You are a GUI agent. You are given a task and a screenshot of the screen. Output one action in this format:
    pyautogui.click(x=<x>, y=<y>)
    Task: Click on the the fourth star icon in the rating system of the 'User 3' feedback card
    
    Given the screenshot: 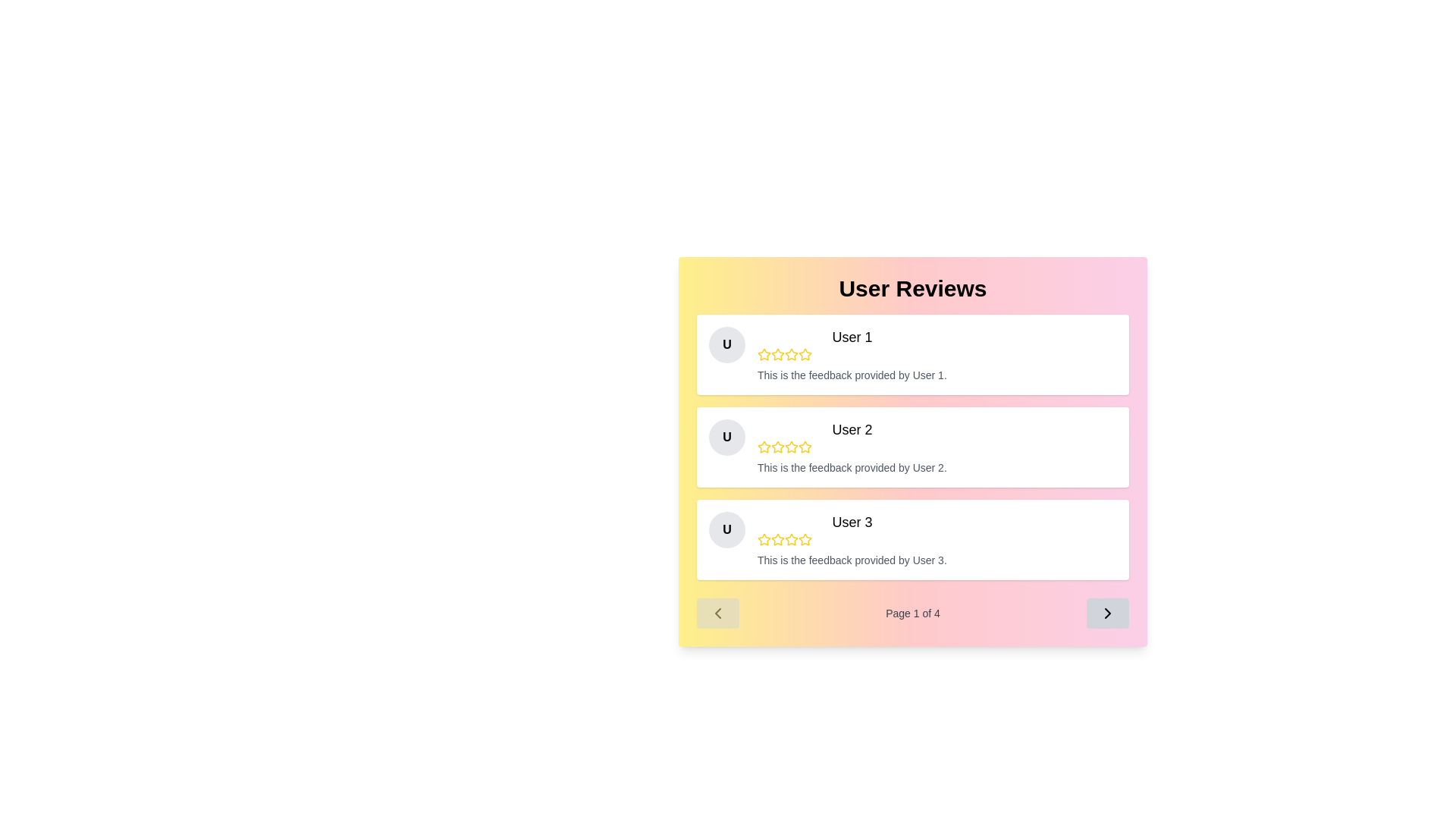 What is the action you would take?
    pyautogui.click(x=804, y=538)
    